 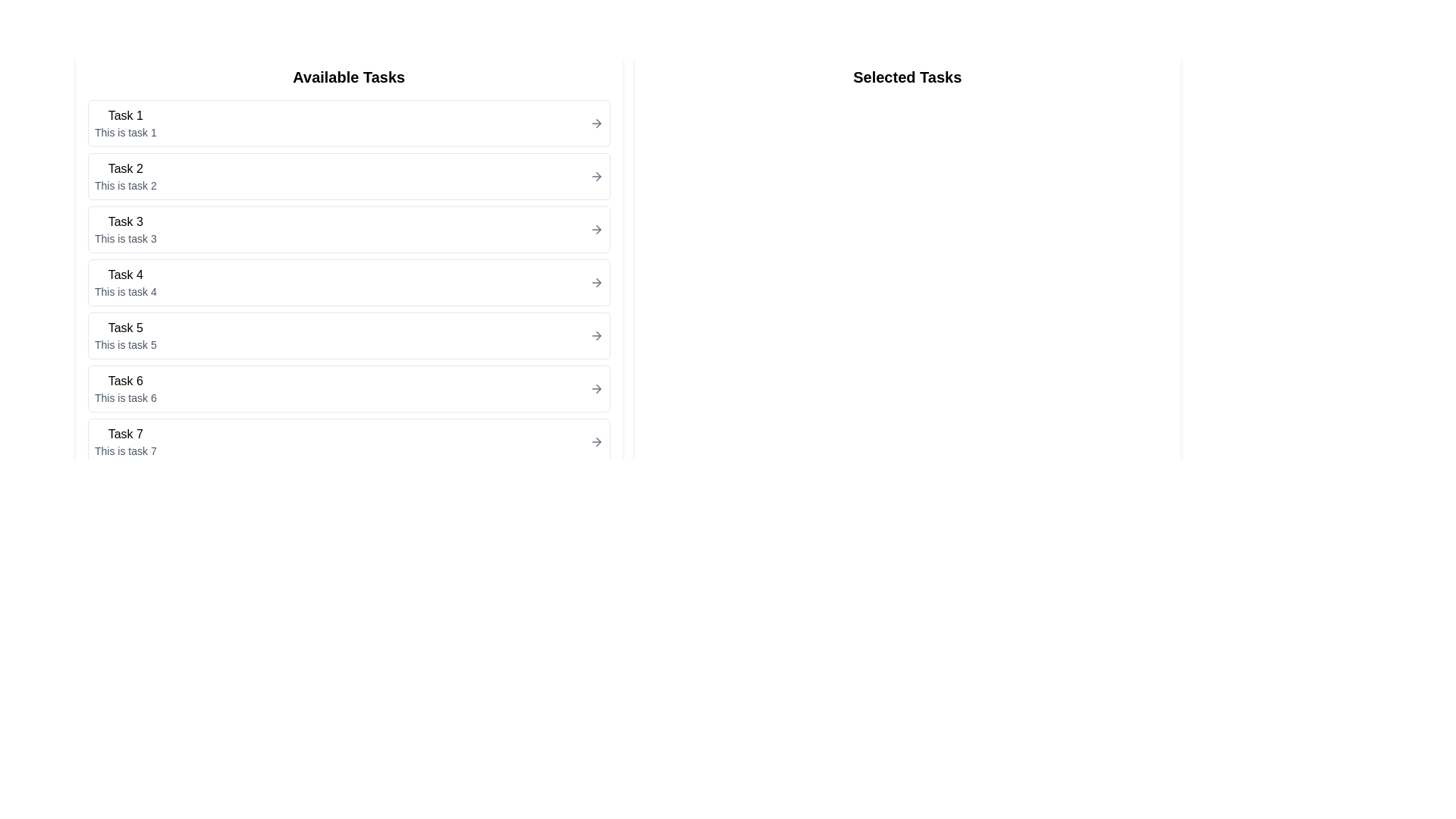 What do you see at coordinates (125, 292) in the screenshot?
I see `the static text element that provides additional information for 'Task 4', located below the 'Task 4' label on the left-hand side of the interface` at bounding box center [125, 292].